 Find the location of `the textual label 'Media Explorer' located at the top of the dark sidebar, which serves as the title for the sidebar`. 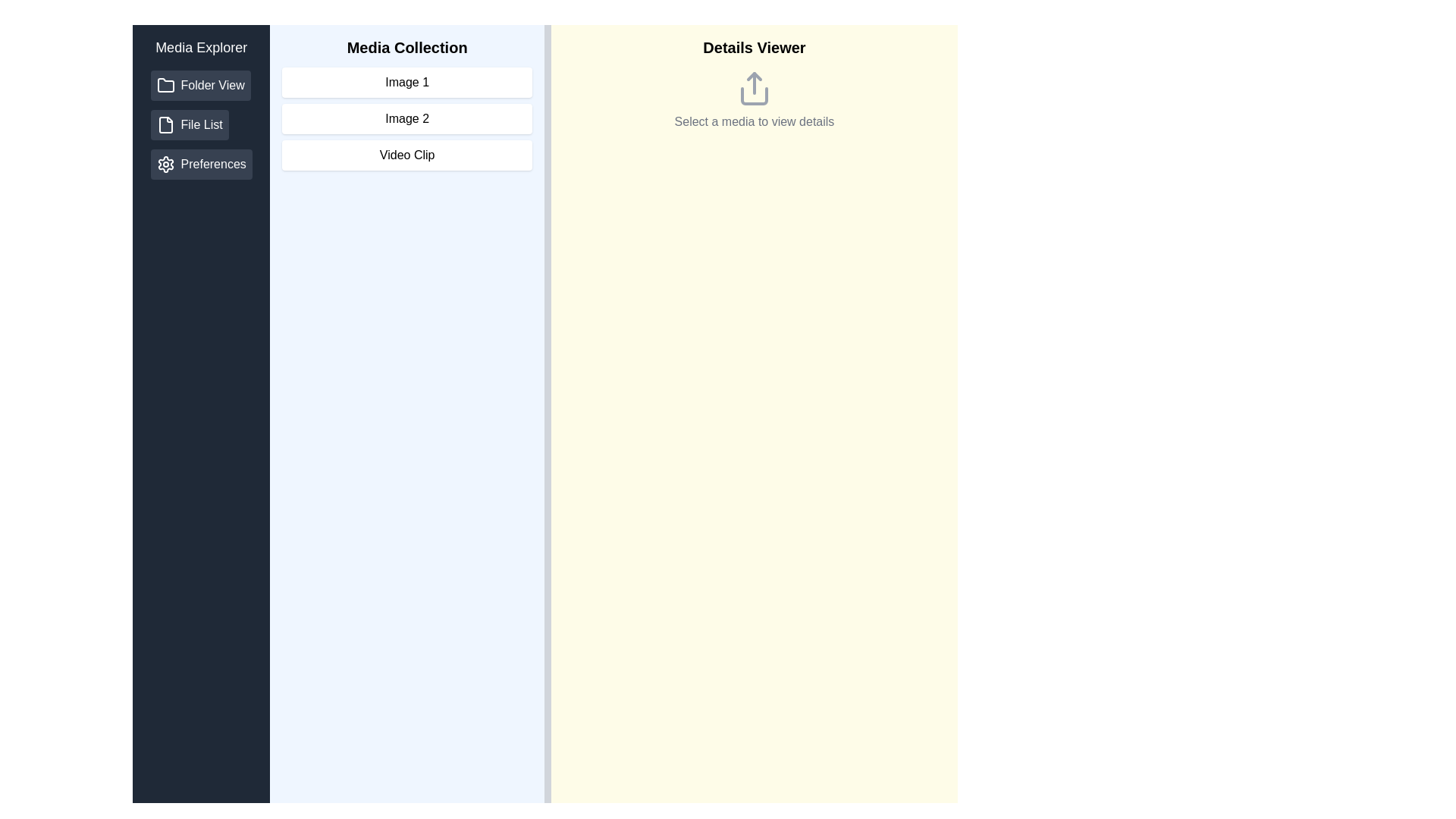

the textual label 'Media Explorer' located at the top of the dark sidebar, which serves as the title for the sidebar is located at coordinates (200, 46).